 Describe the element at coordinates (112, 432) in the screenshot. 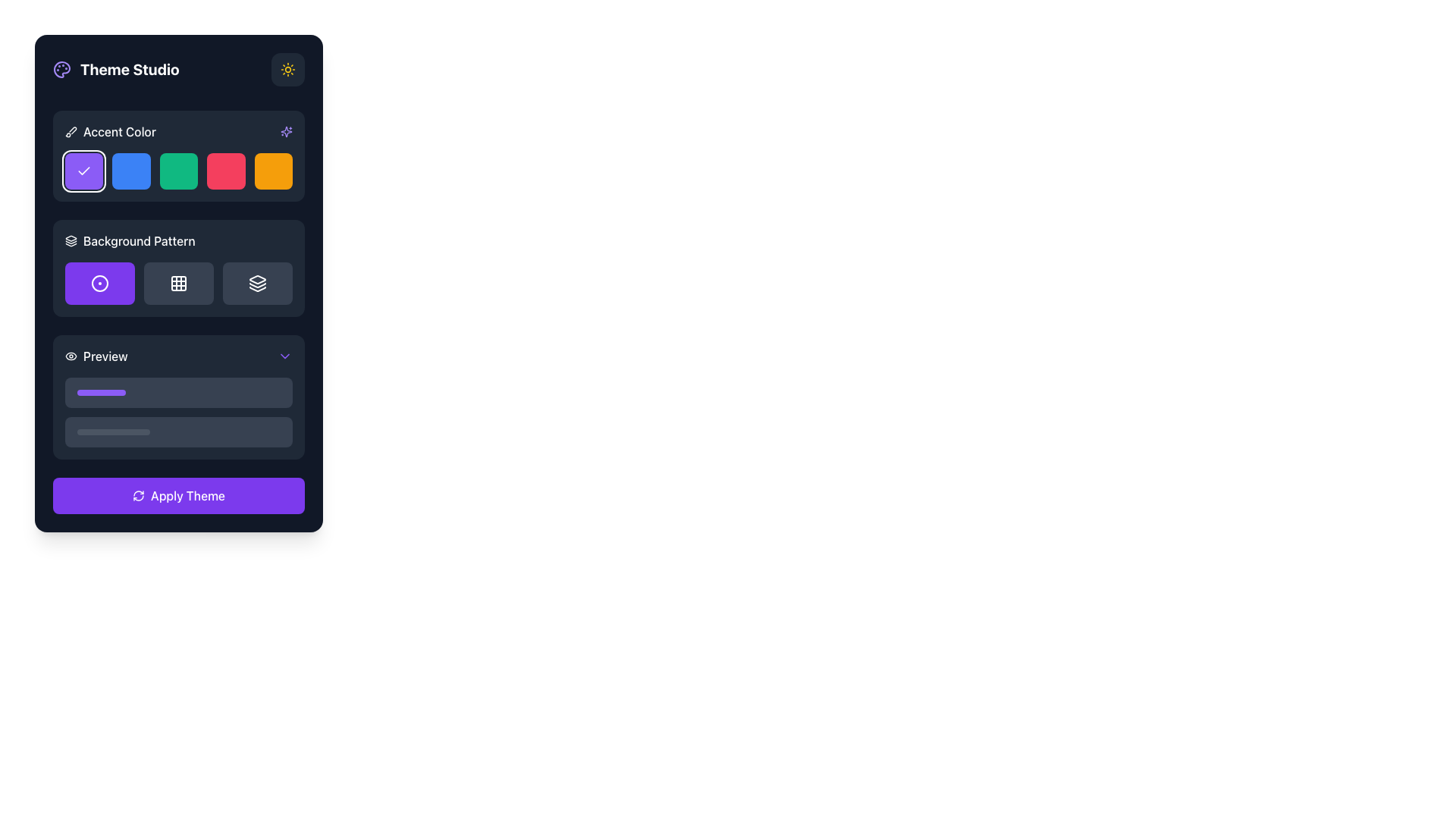

I see `the dark gray progress bar element located at the bottom of the 'Preview' section of the interface` at that location.